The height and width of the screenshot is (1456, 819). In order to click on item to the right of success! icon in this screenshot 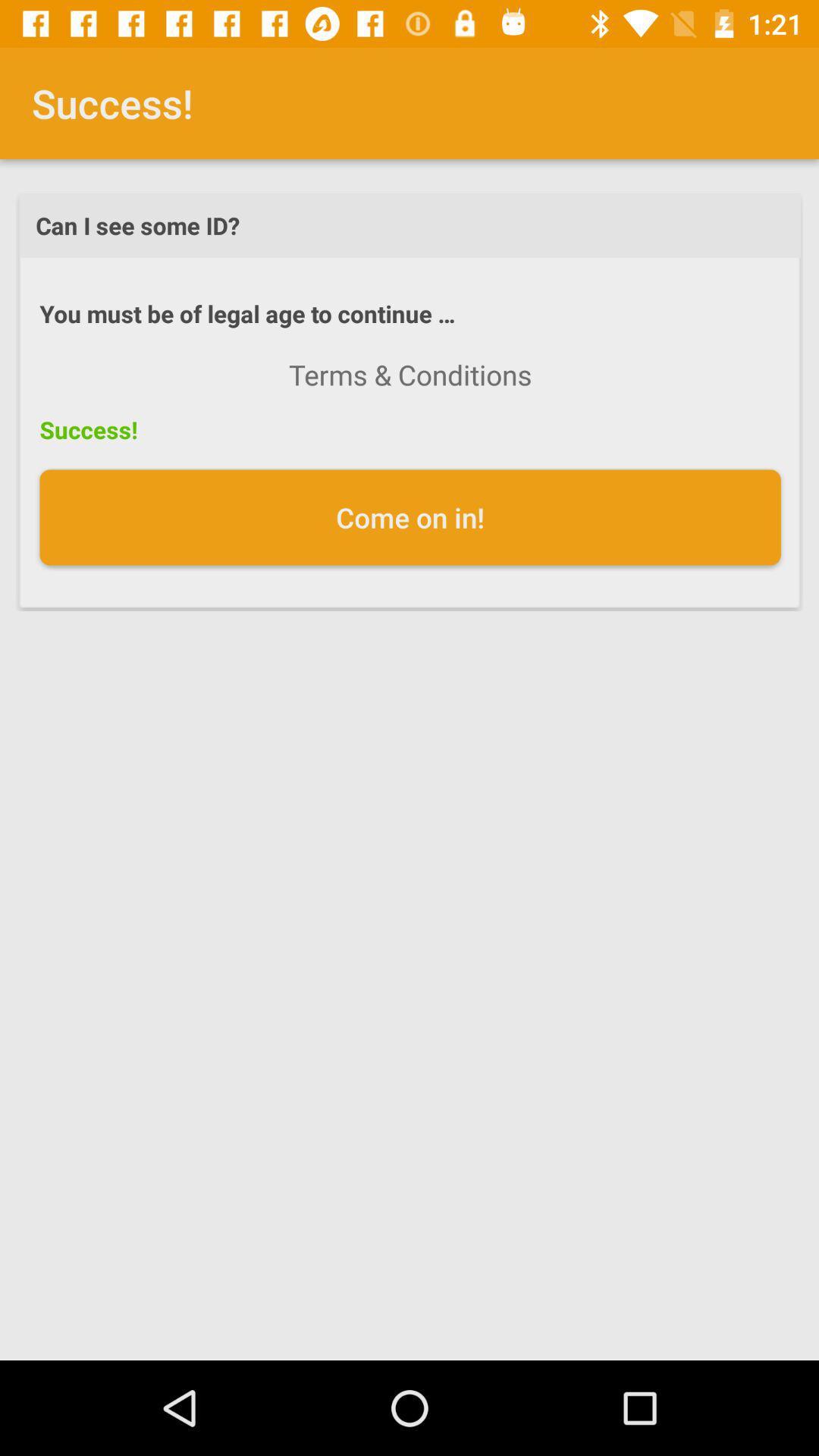, I will do `click(410, 375)`.